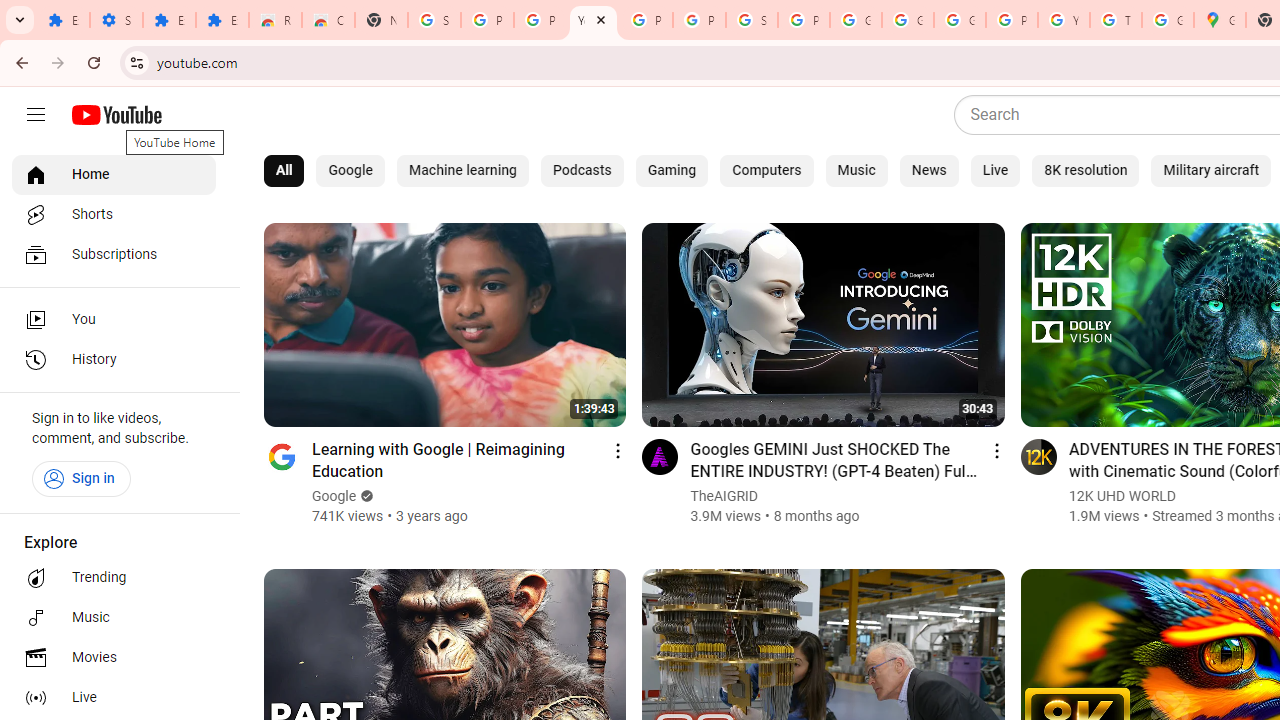  What do you see at coordinates (112, 658) in the screenshot?
I see `'Movies'` at bounding box center [112, 658].